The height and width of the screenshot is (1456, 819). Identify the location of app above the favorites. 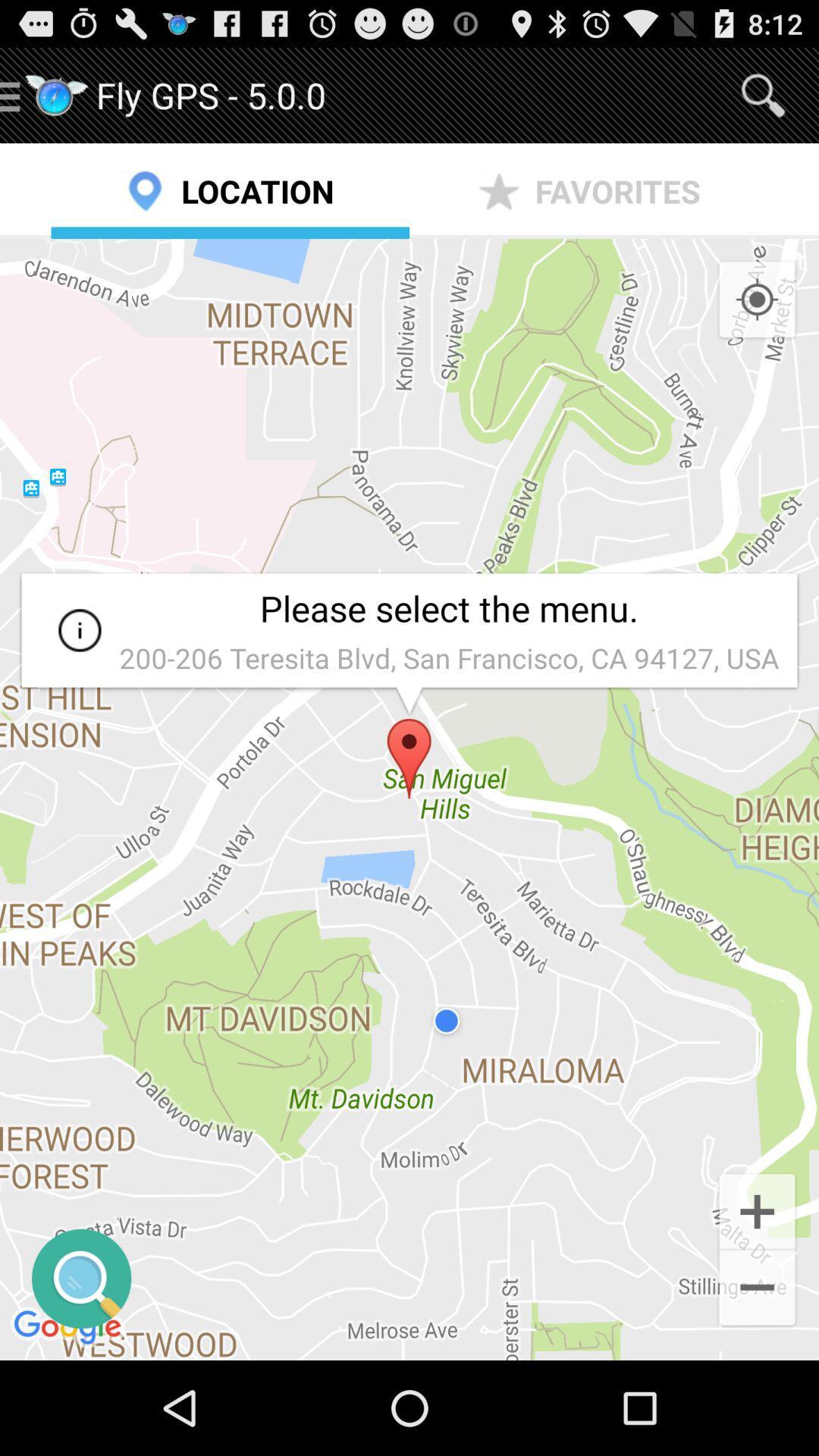
(763, 94).